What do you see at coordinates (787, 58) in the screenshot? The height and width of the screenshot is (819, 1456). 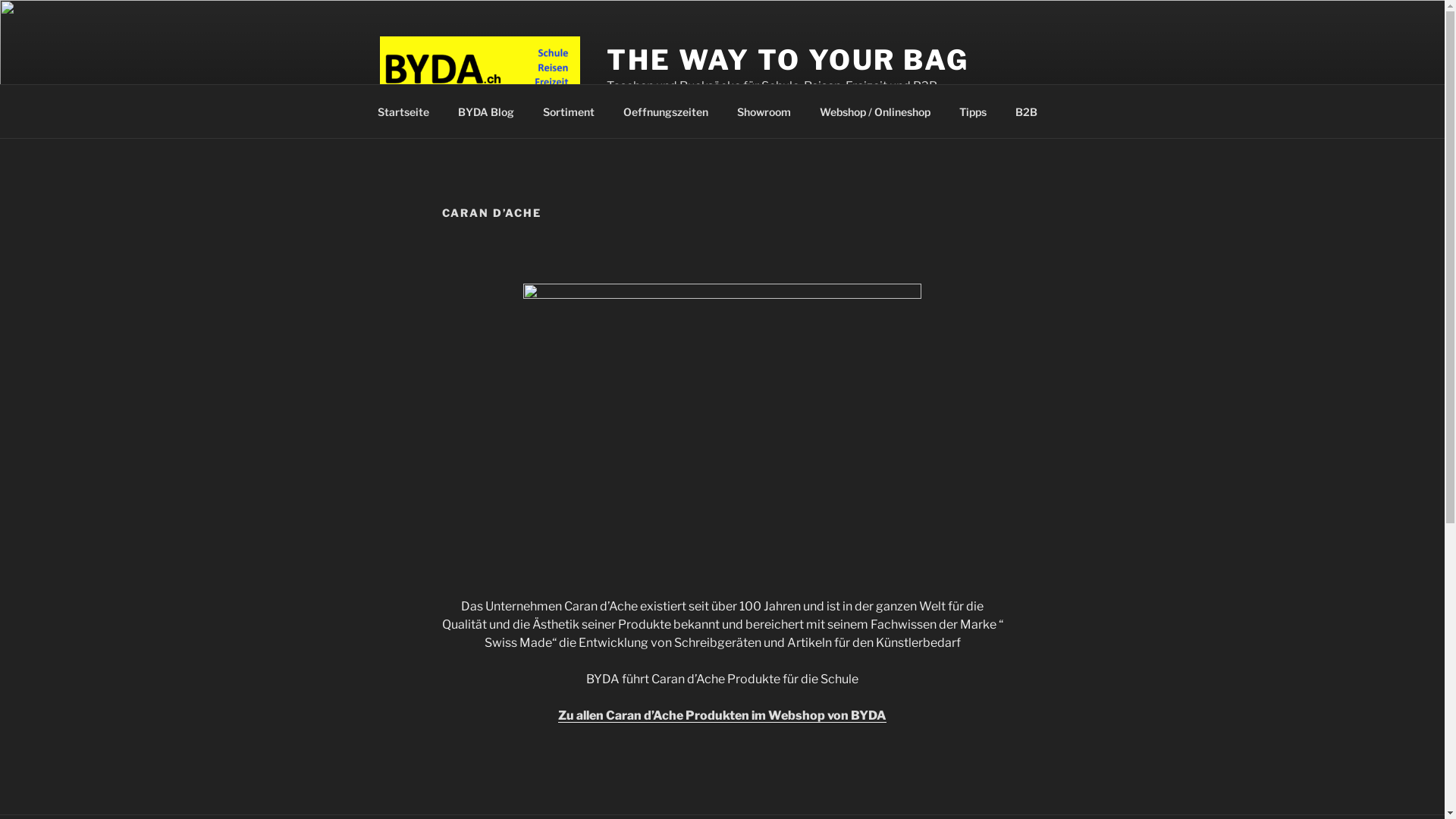 I see `'THE WAY TO YOUR BAG'` at bounding box center [787, 58].